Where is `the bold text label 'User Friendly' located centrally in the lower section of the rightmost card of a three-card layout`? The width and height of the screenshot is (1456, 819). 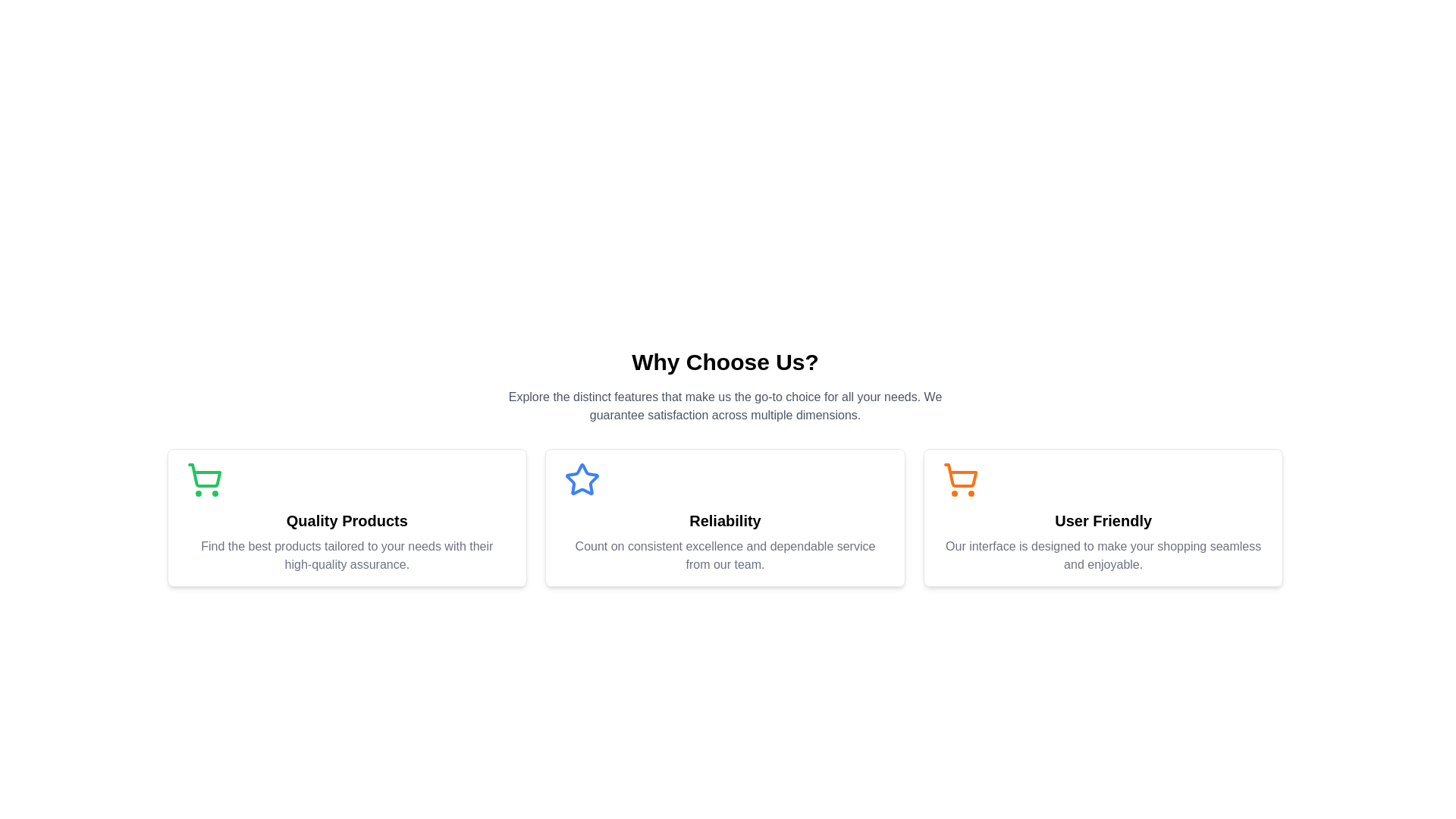
the bold text label 'User Friendly' located centrally in the lower section of the rightmost card of a three-card layout is located at coordinates (1103, 519).